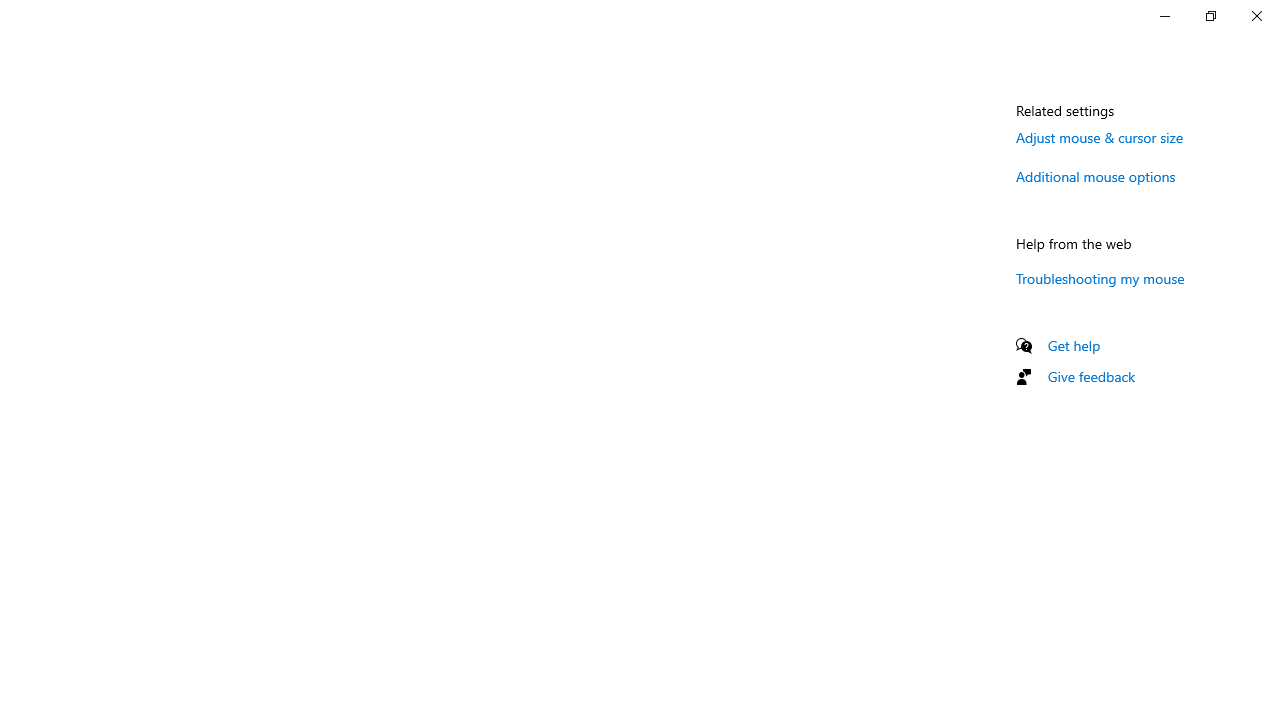  I want to click on 'Restore Settings', so click(1209, 15).